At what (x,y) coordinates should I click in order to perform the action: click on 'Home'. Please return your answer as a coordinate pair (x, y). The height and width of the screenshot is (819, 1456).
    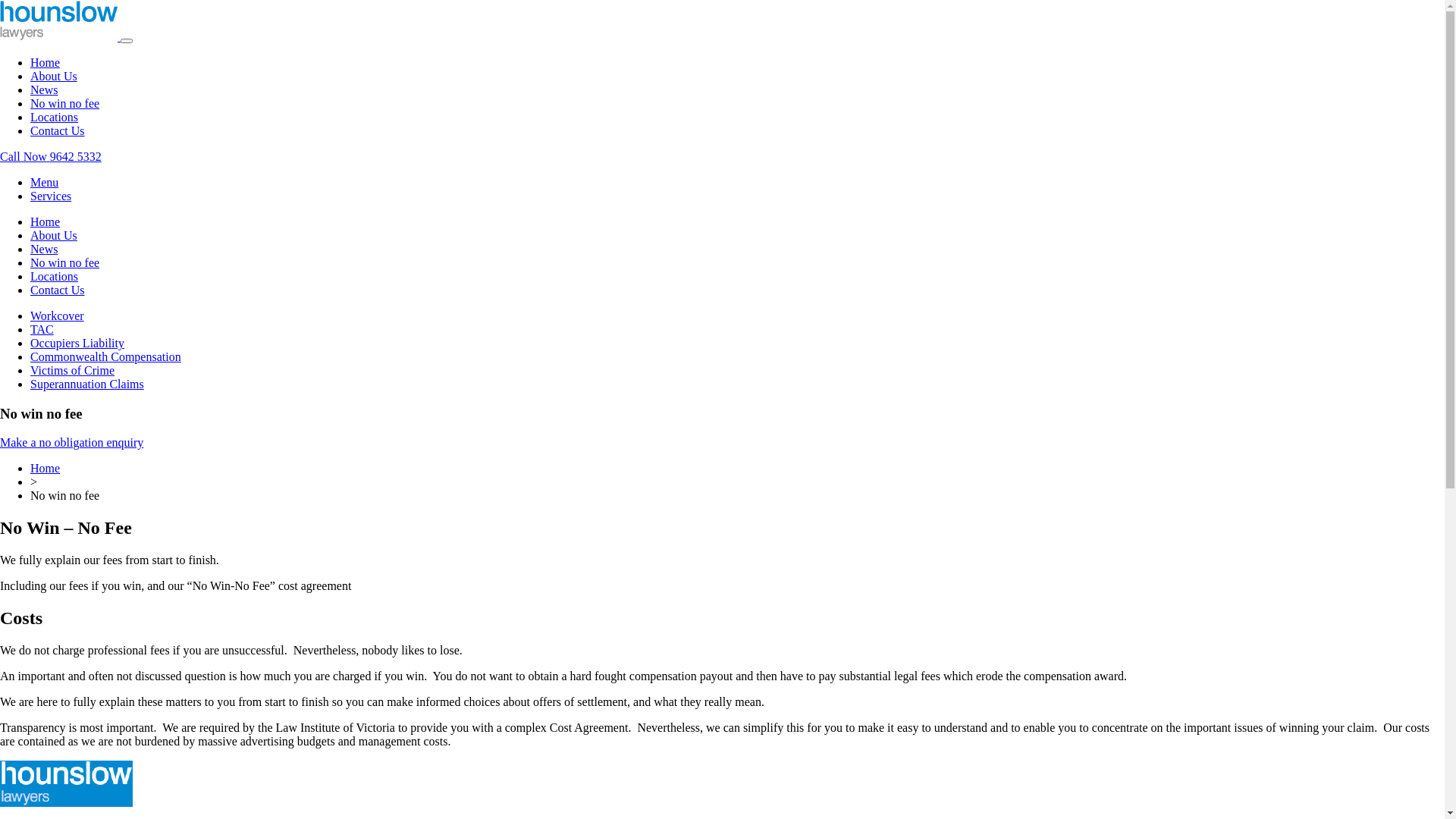
    Looking at the image, I should click on (45, 221).